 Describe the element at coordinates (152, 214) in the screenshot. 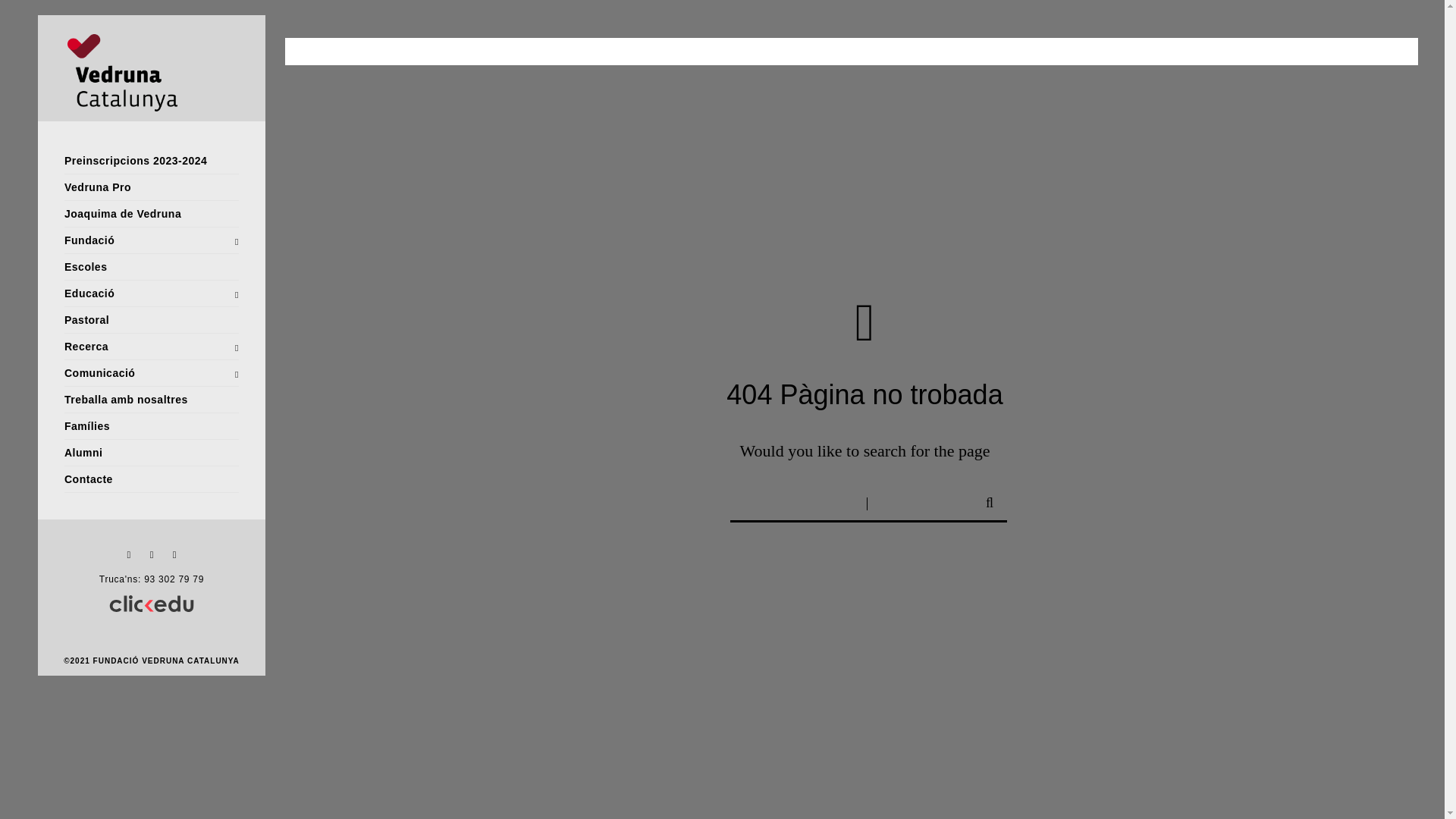

I see `'Joaquima de Vedruna'` at that location.